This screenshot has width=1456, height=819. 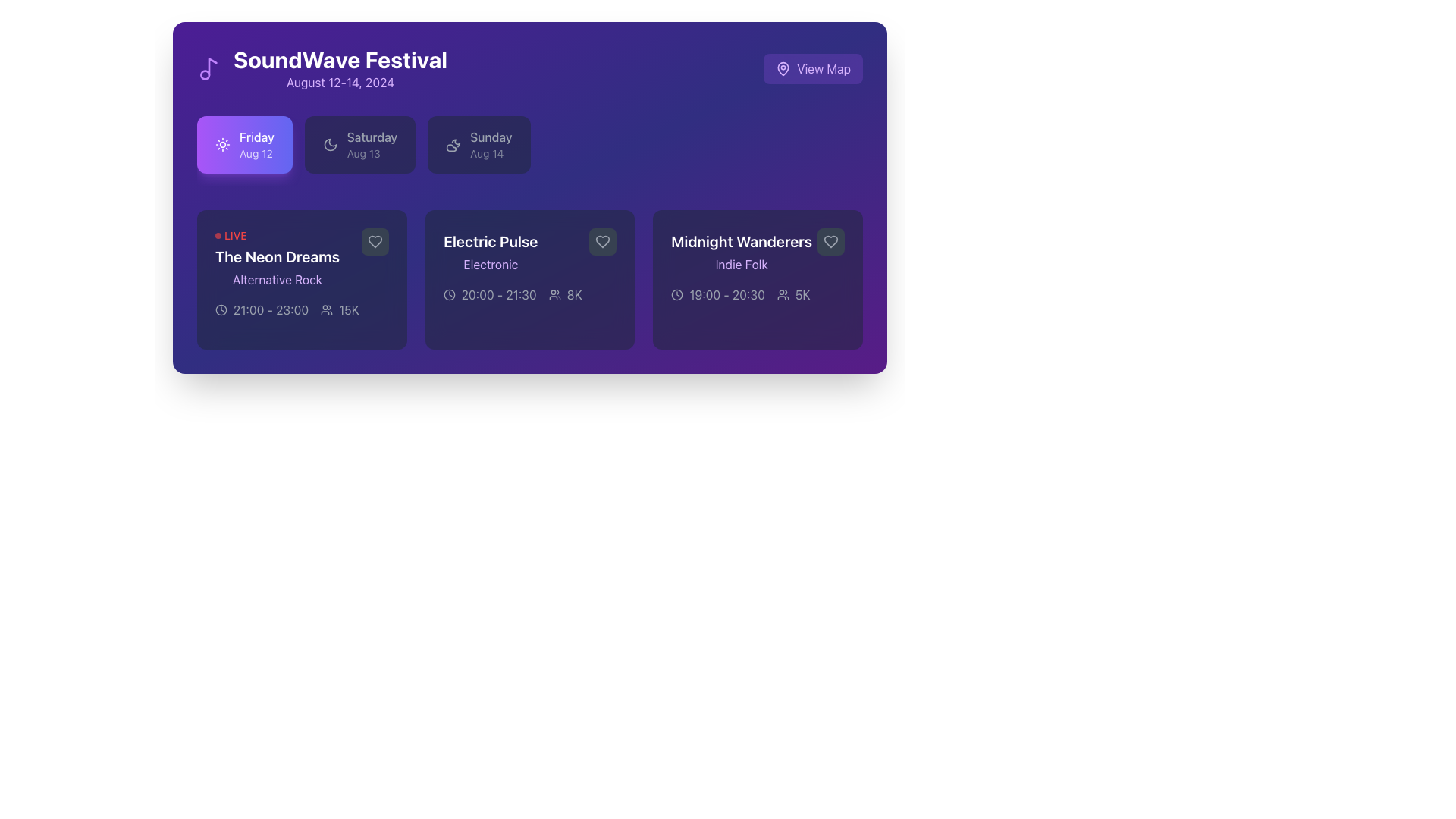 I want to click on the informational component indicating the number of attendees for the 'Electric Pulse' event, located at the bottom right of the event card, so click(x=564, y=295).